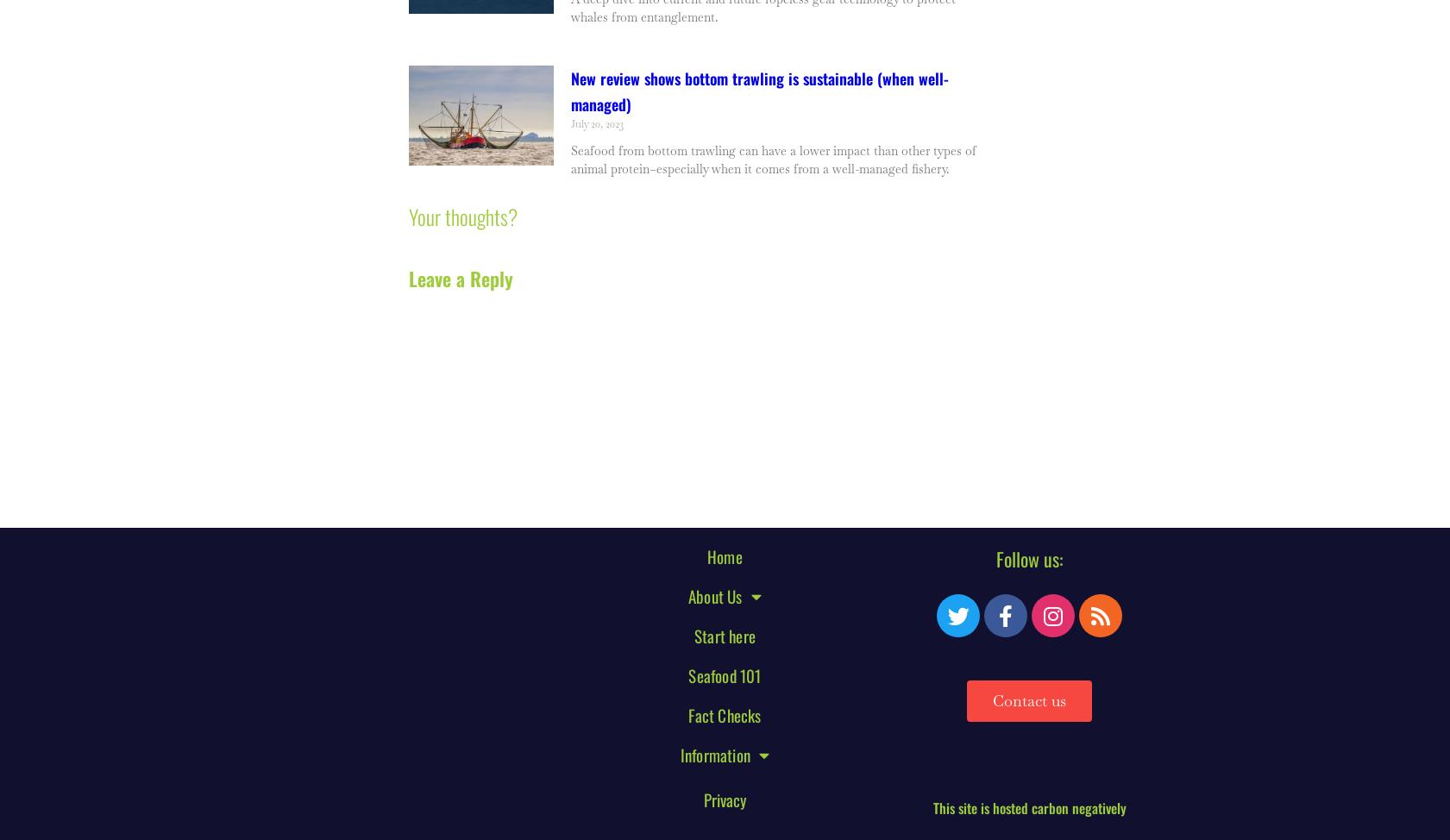  What do you see at coordinates (723, 555) in the screenshot?
I see `'Home'` at bounding box center [723, 555].